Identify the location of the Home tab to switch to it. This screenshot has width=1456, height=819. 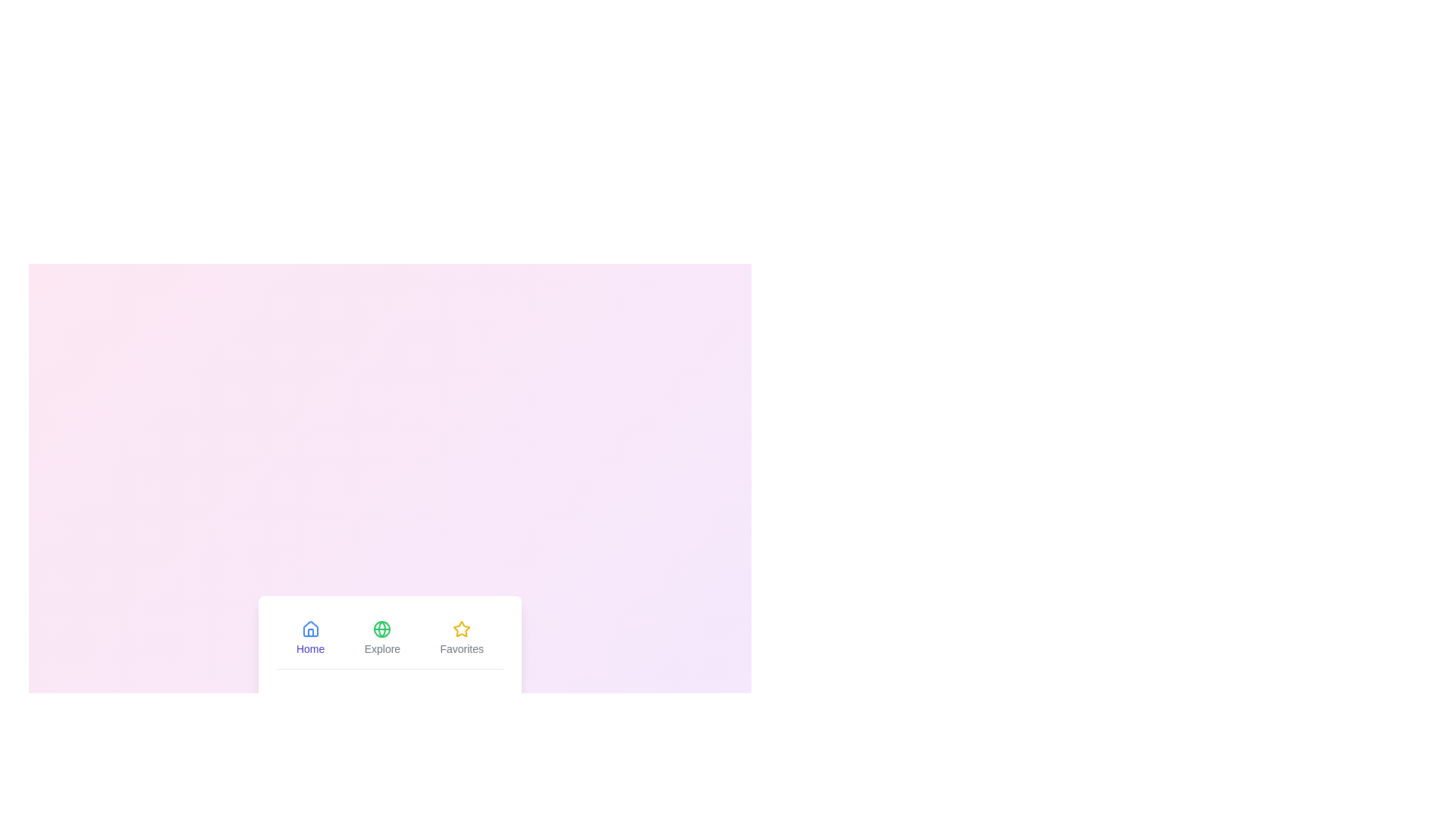
(309, 638).